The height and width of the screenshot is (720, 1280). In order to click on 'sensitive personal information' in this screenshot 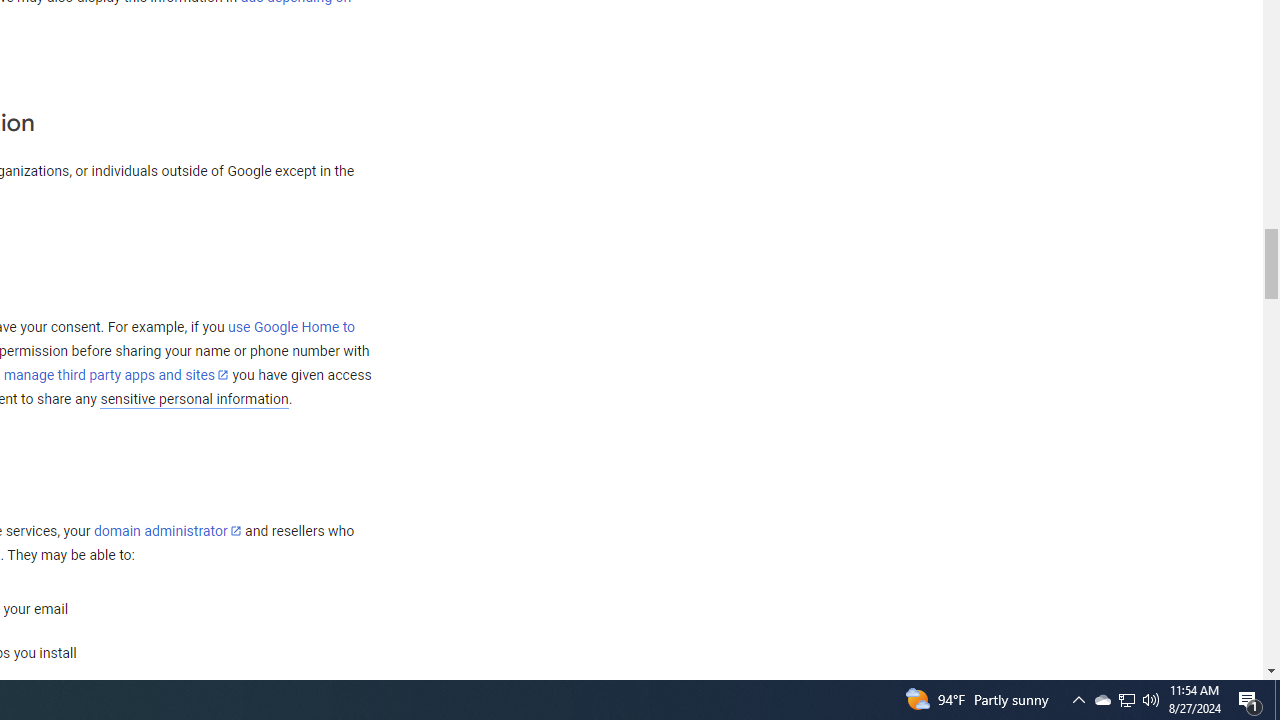, I will do `click(194, 399)`.